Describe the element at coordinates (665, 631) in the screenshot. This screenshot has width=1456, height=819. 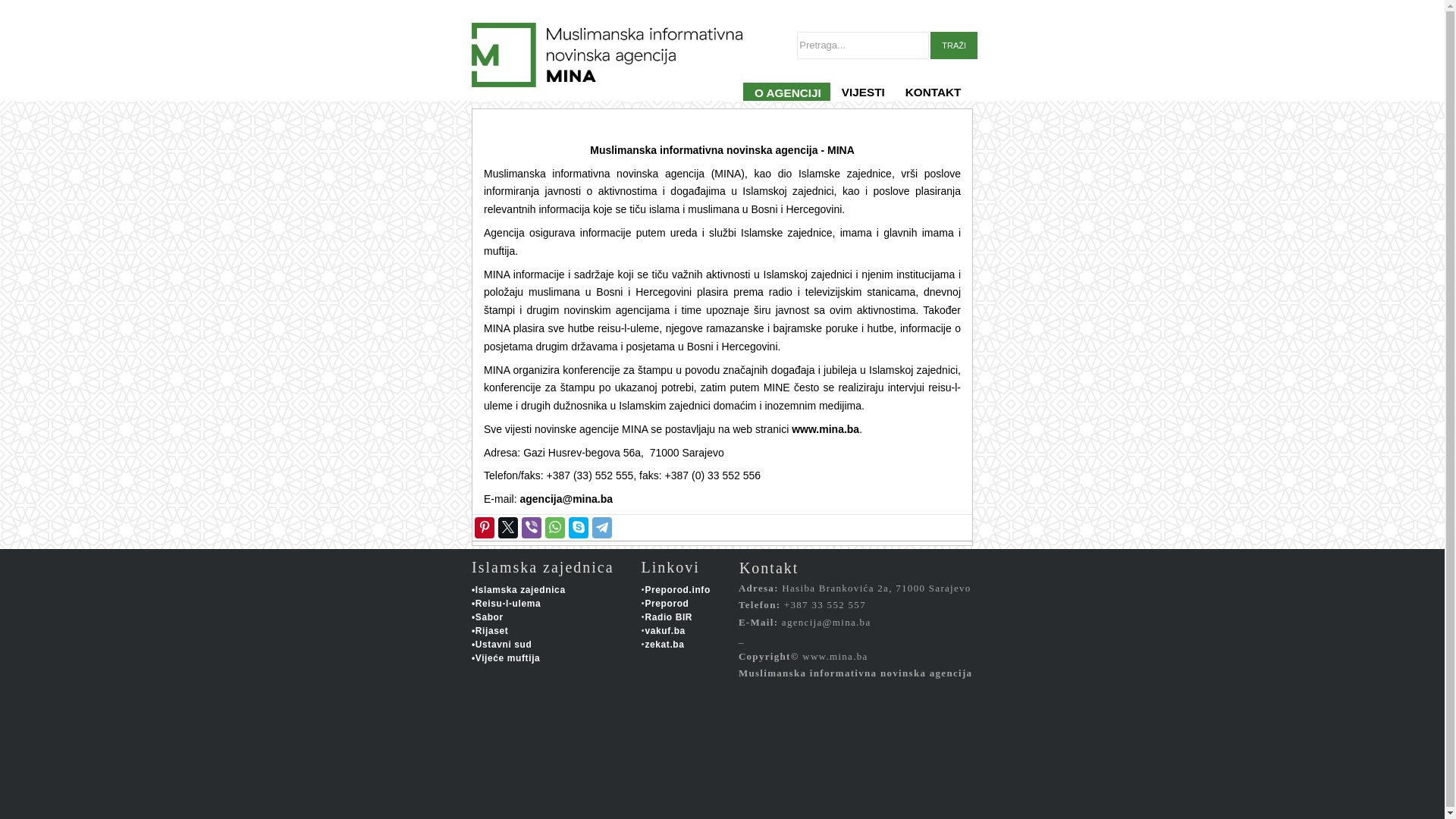
I see `'vakuf.ba'` at that location.